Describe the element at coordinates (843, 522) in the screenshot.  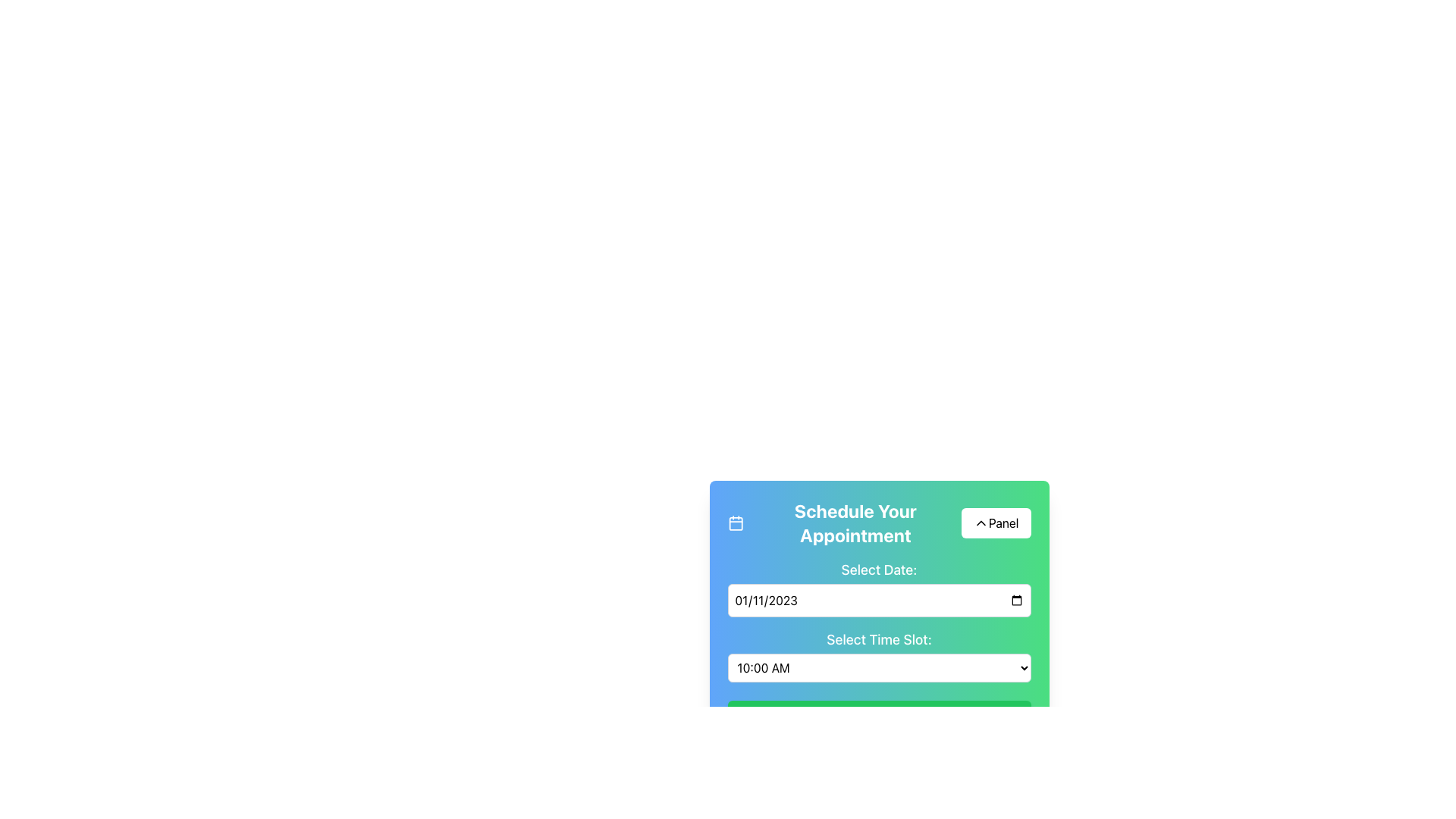
I see `the header text 'Schedule Your Appointment'` at that location.